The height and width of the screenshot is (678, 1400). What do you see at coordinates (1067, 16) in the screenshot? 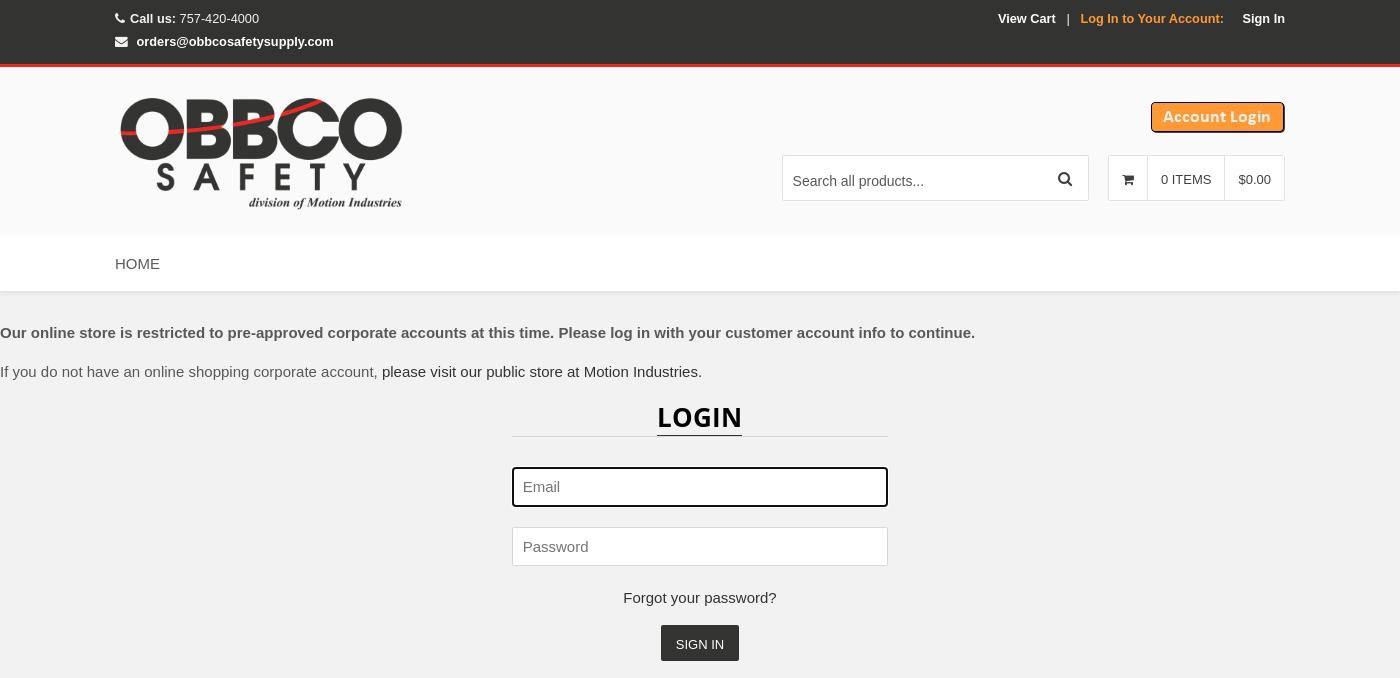
I see `'|'` at bounding box center [1067, 16].